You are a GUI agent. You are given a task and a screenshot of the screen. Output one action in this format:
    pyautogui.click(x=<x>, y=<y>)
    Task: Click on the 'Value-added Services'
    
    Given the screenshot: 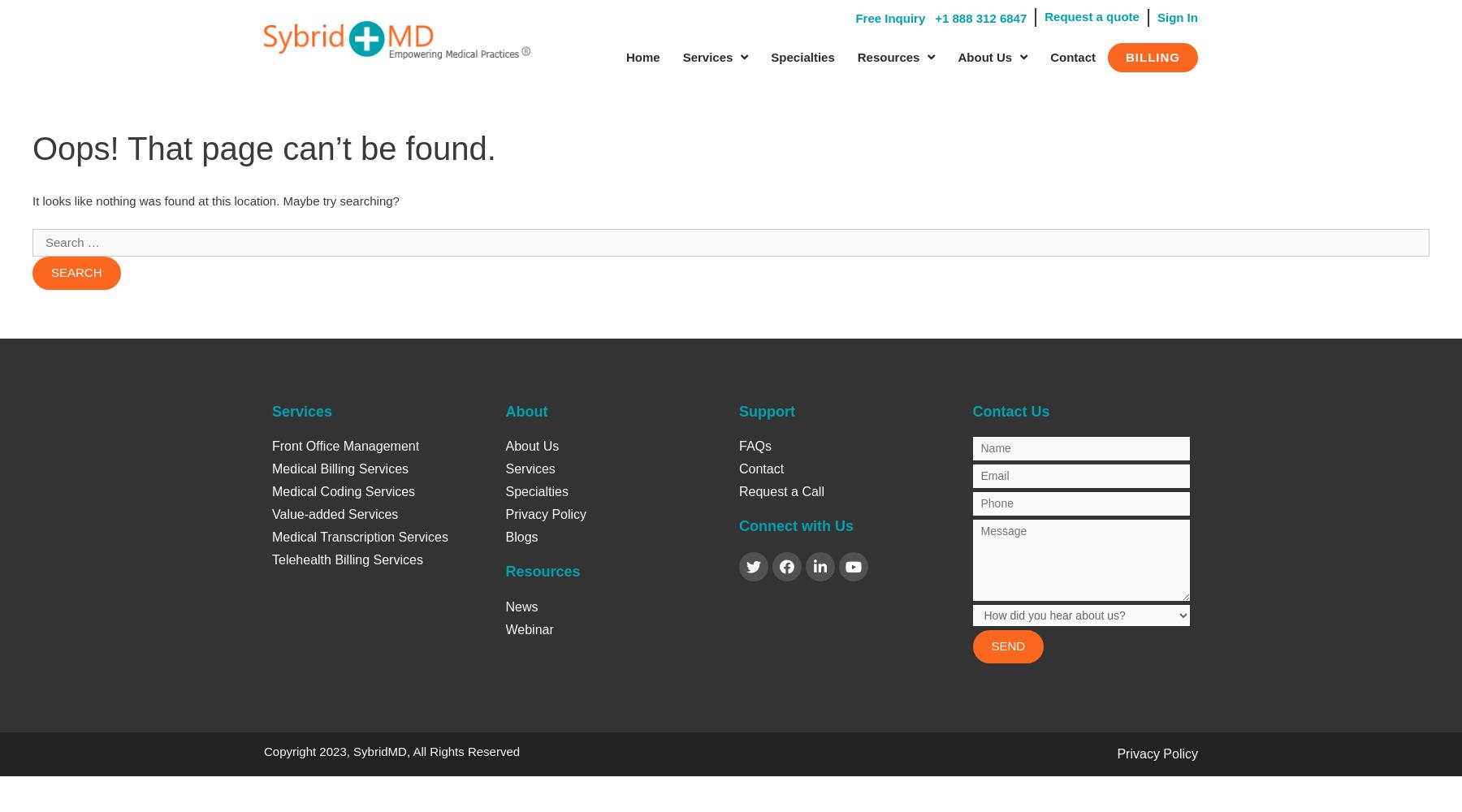 What is the action you would take?
    pyautogui.click(x=335, y=514)
    